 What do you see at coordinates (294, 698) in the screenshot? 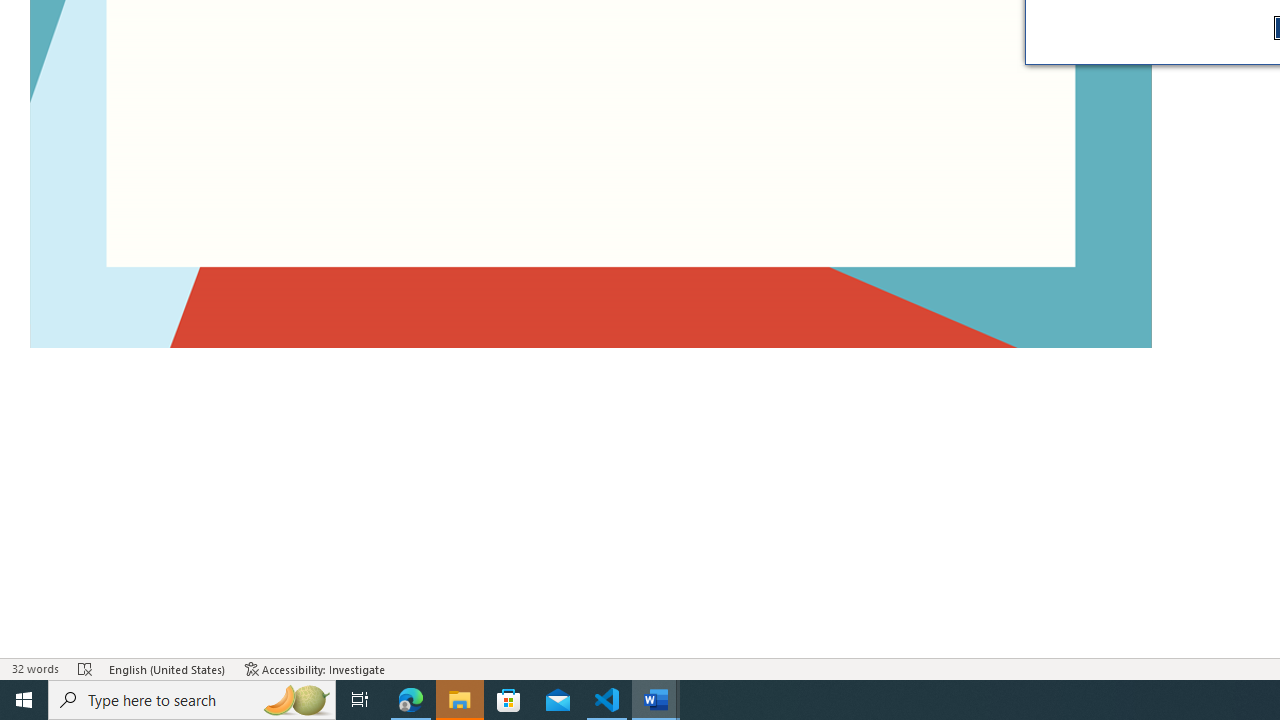
I see `'Search highlights icon opens search home window'` at bounding box center [294, 698].